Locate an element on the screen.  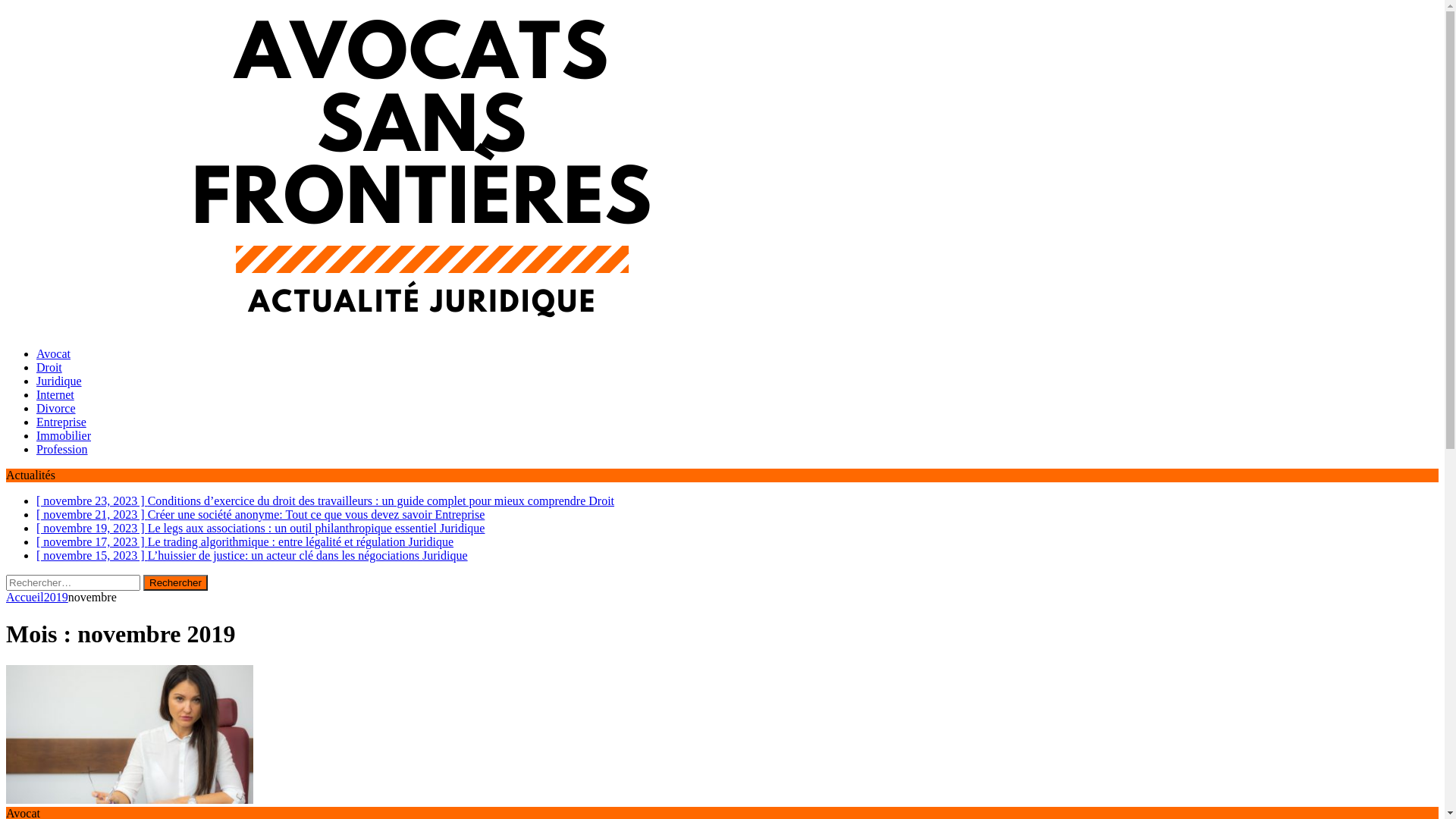
'Internet' is located at coordinates (55, 394).